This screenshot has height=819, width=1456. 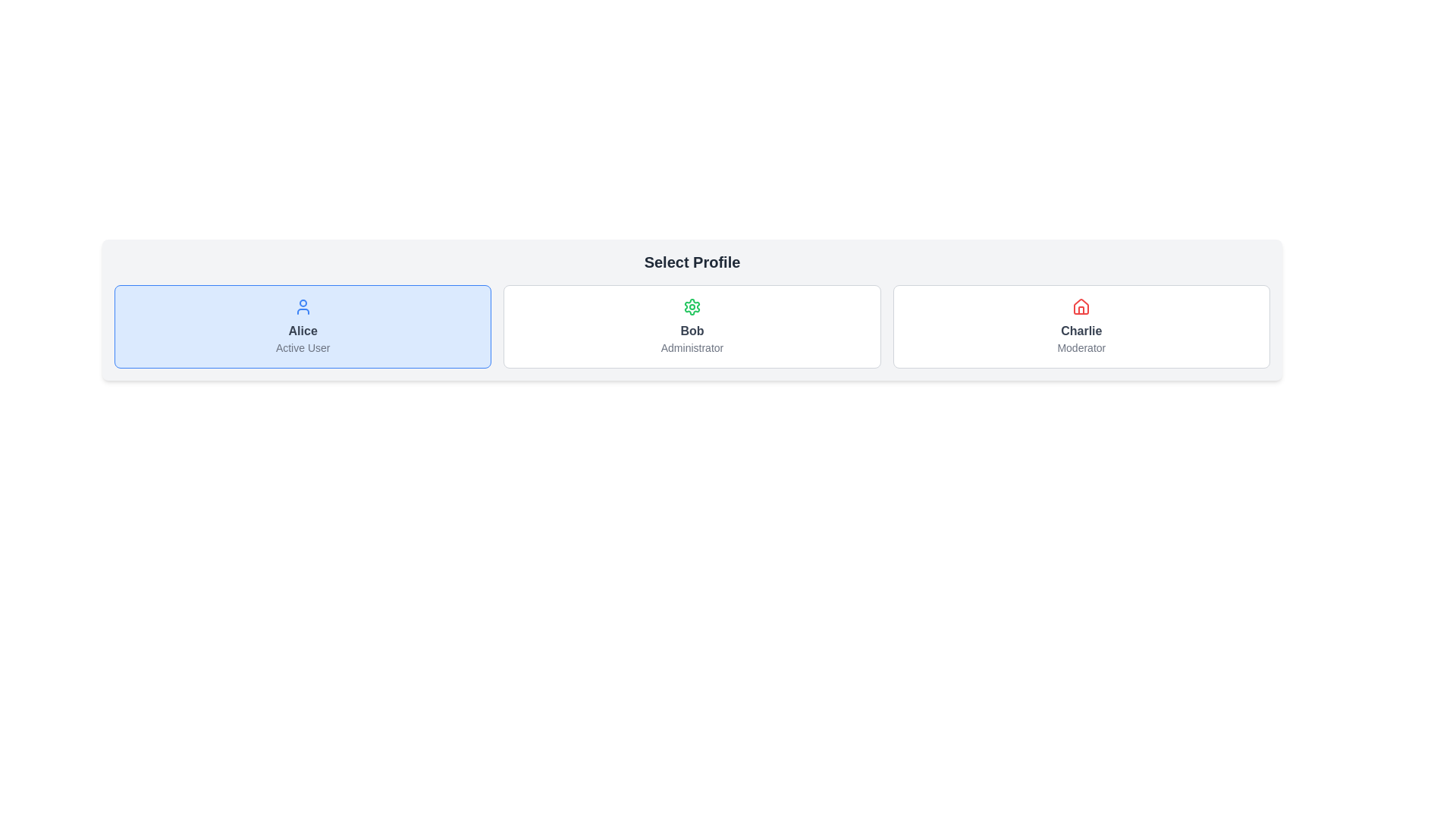 I want to click on the 'Moderator' text label, which is styled in gray and located beneath the 'Charlie' label within a profile card, so click(x=1081, y=348).